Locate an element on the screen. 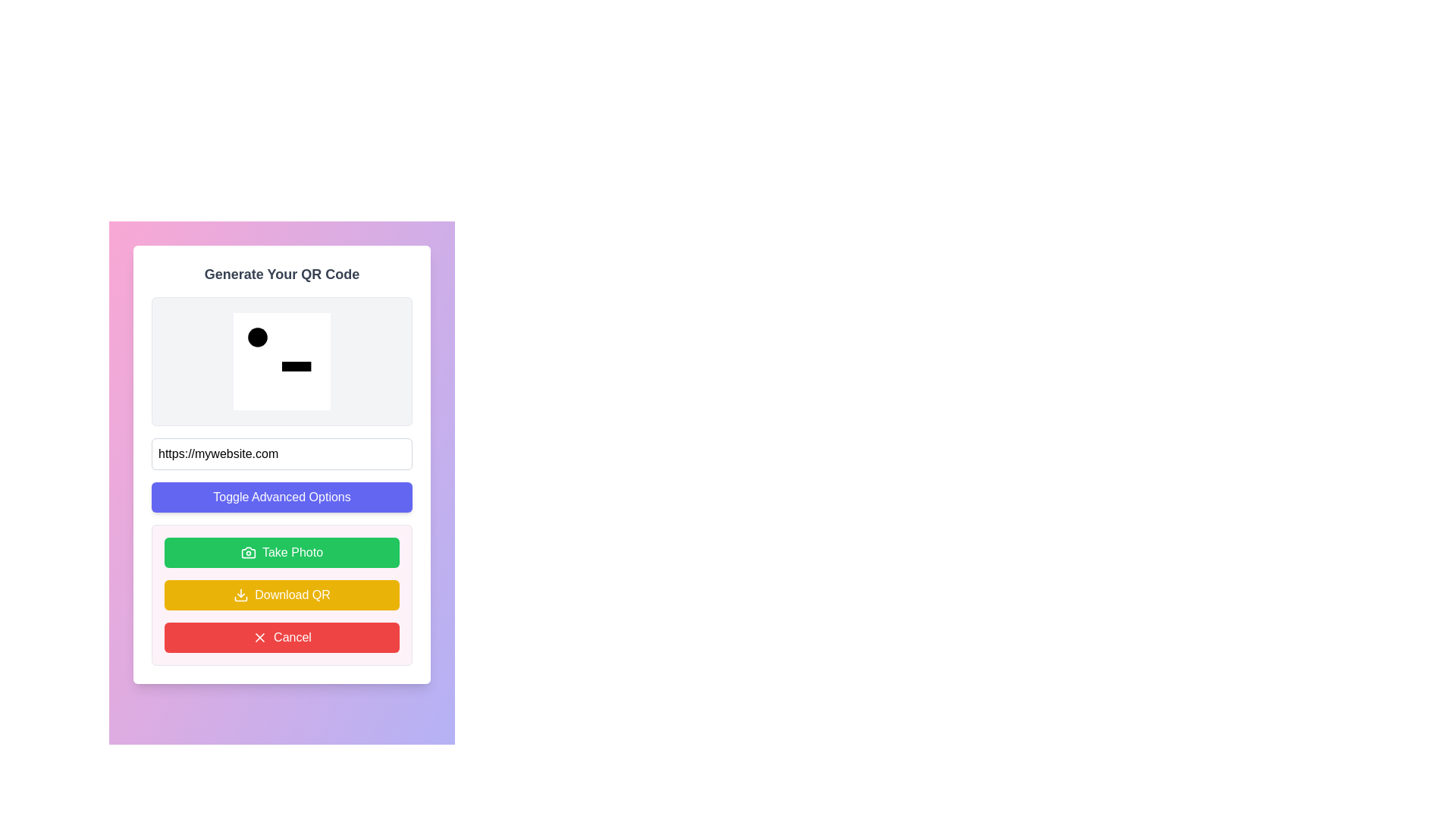  the yellow 'Download QR' button, which is styled with white text and rounded corners, located between the green 'Take Photo' button and the red 'Cancel' button is located at coordinates (282, 595).